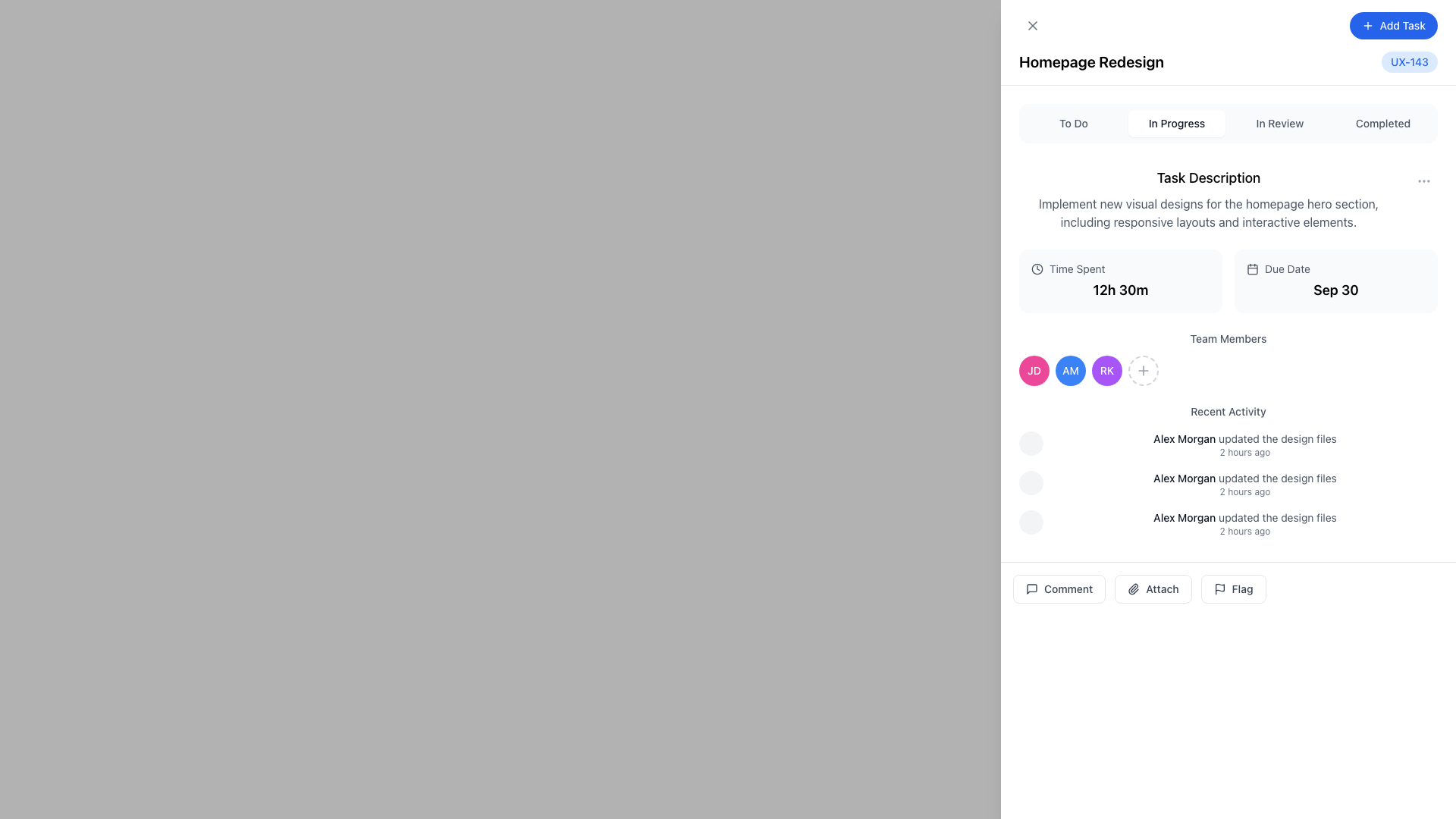 This screenshot has height=819, width=1456. I want to click on the middle list item in the 'Recent Activity' section that contains the text 'Alex Morgan updated the design files 2 hours ago', so click(1228, 485).